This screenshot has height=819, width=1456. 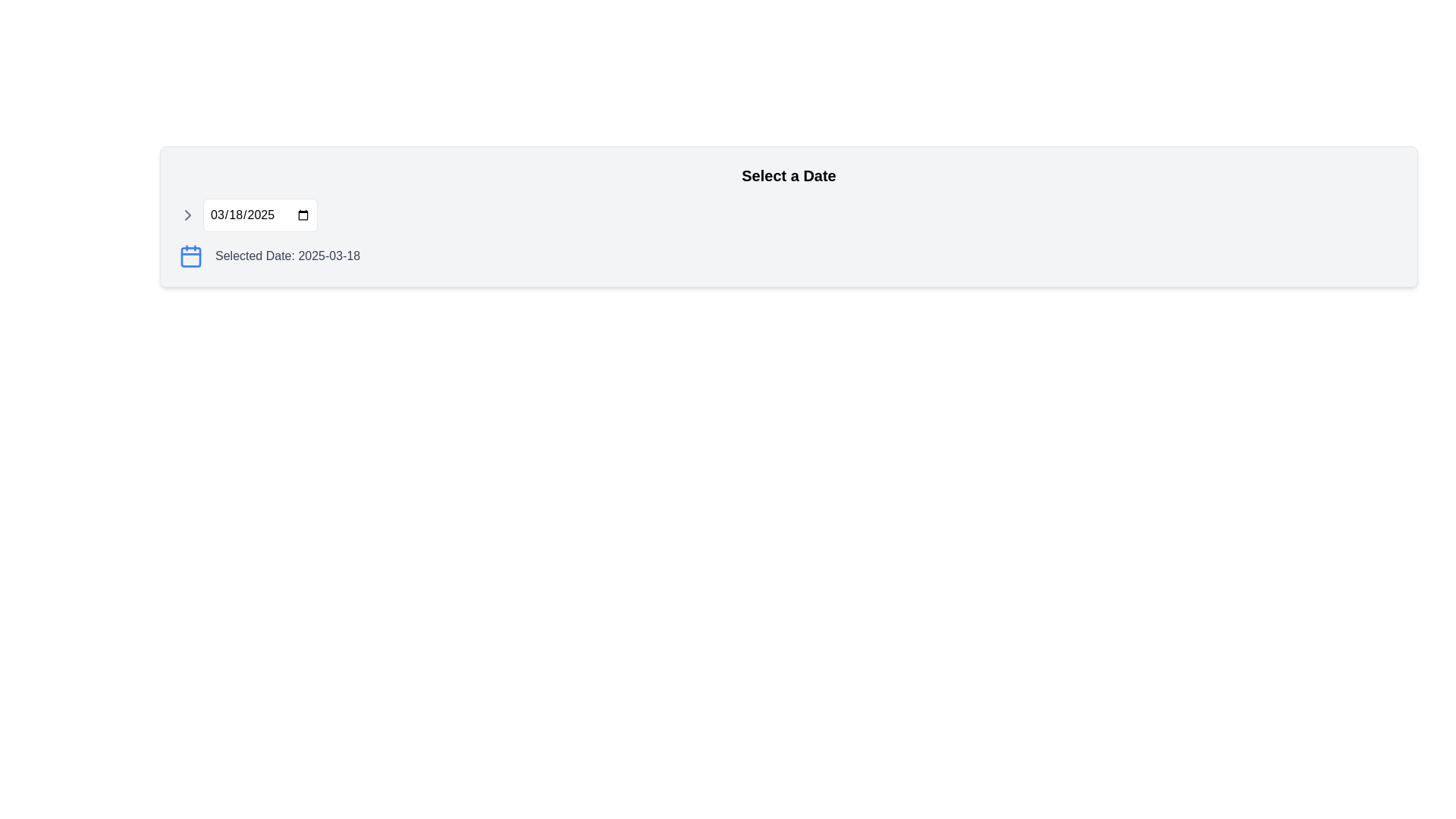 I want to click on the chevron icon located to the left of the date input field labeled '03/18/2025', so click(x=187, y=215).